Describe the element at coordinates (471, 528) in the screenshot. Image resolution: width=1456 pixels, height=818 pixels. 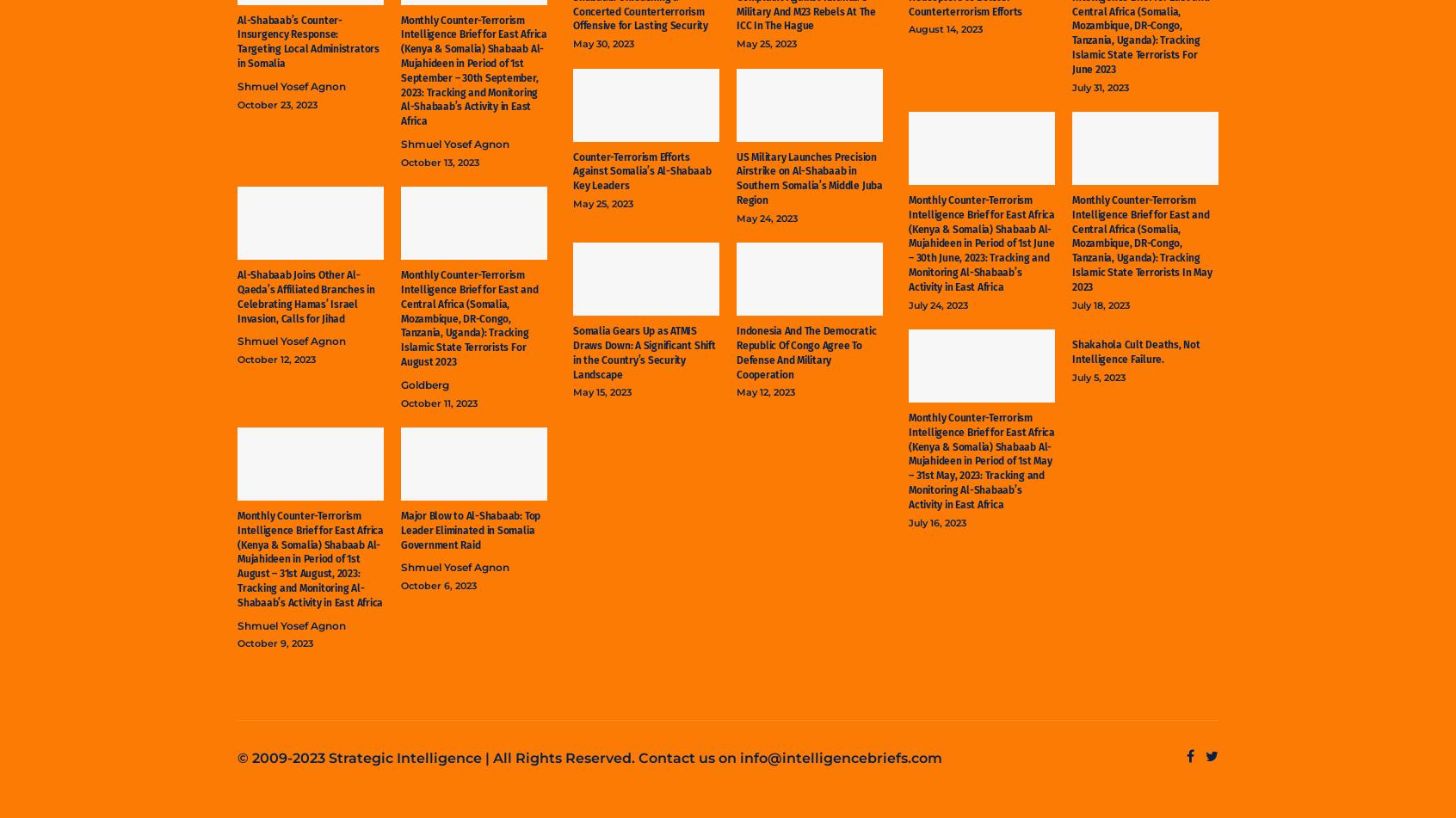
I see `'Major Blow to Al-Shabaab: Top Leader Eliminated in Somalia Government Raid'` at that location.